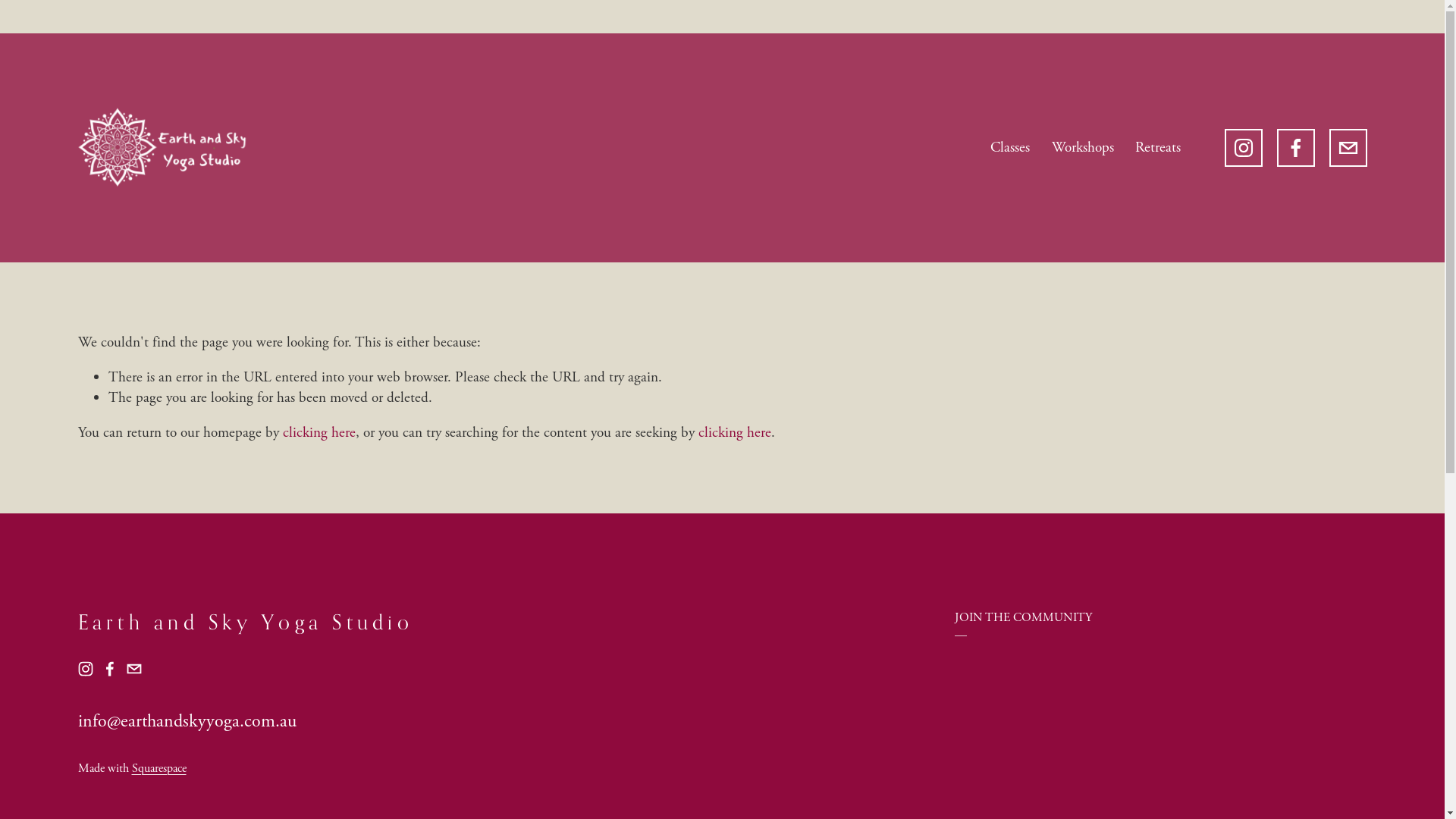 This screenshot has height=819, width=1456. I want to click on 'Workshops', so click(1082, 148).